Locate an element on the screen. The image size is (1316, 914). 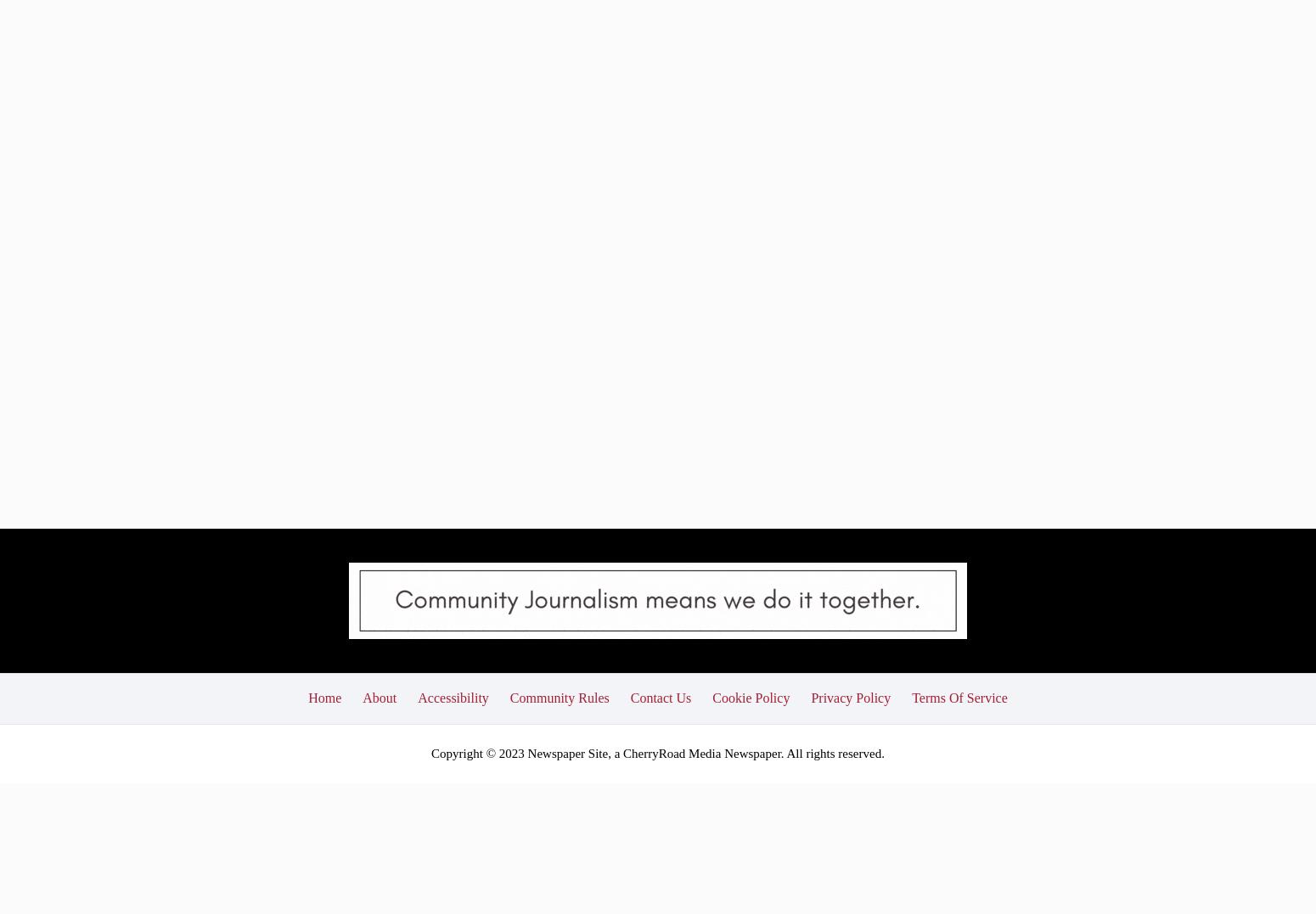
'Privacy Policy' is located at coordinates (850, 572).